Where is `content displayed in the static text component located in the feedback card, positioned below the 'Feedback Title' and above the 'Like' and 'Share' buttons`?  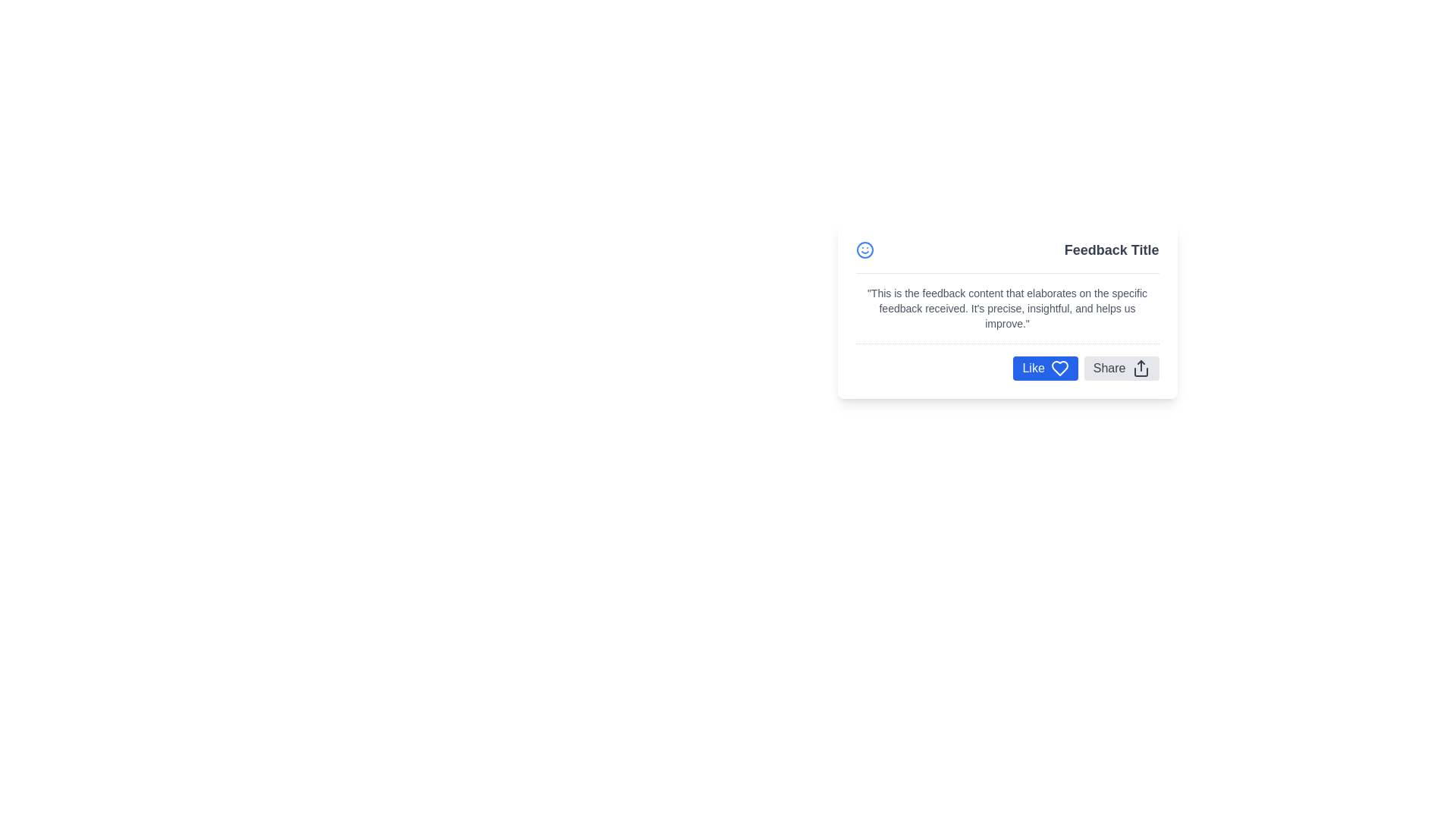
content displayed in the static text component located in the feedback card, positioned below the 'Feedback Title' and above the 'Like' and 'Share' buttons is located at coordinates (1007, 308).